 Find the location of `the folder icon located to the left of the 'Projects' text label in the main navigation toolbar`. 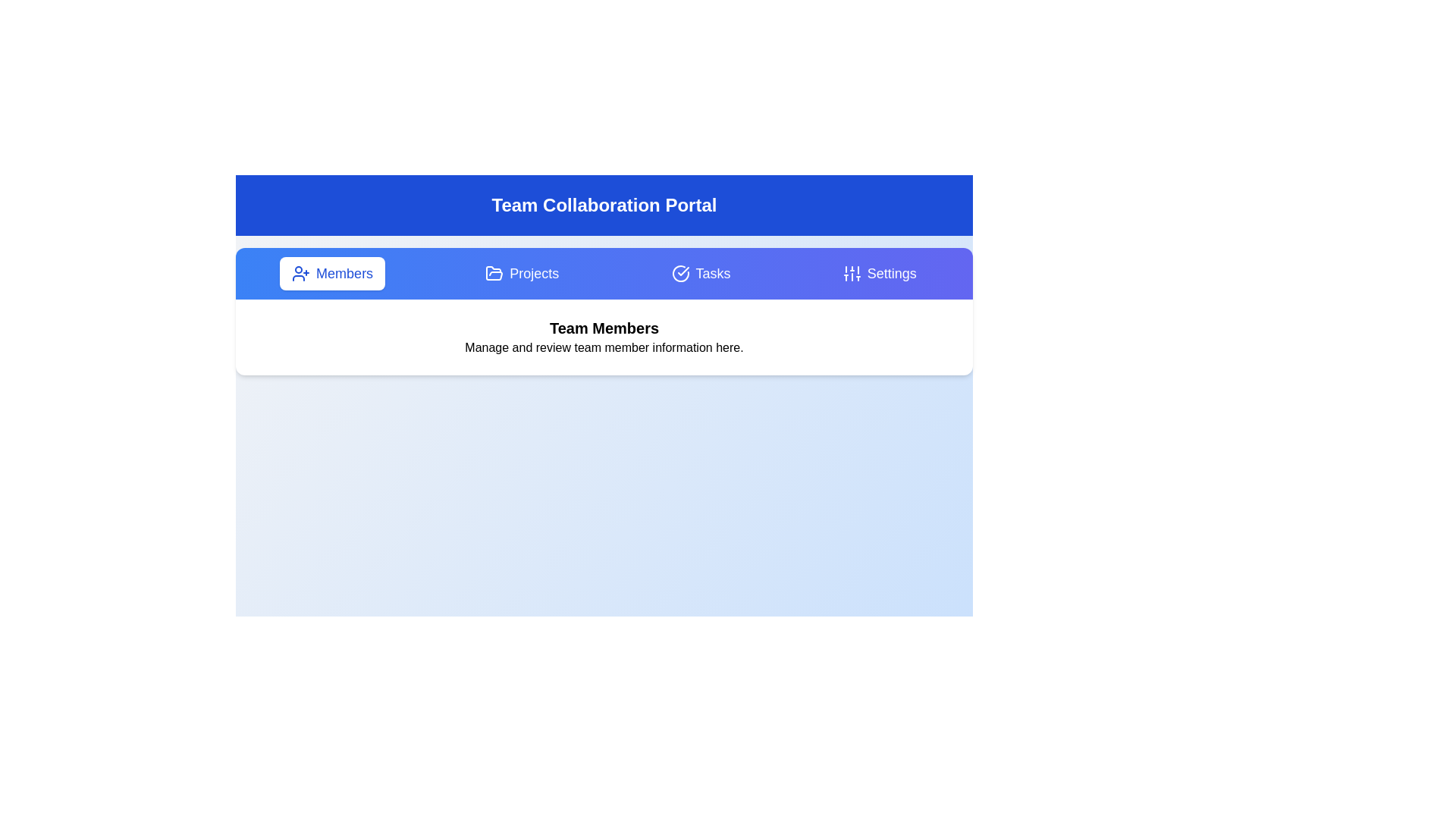

the folder icon located to the left of the 'Projects' text label in the main navigation toolbar is located at coordinates (494, 274).